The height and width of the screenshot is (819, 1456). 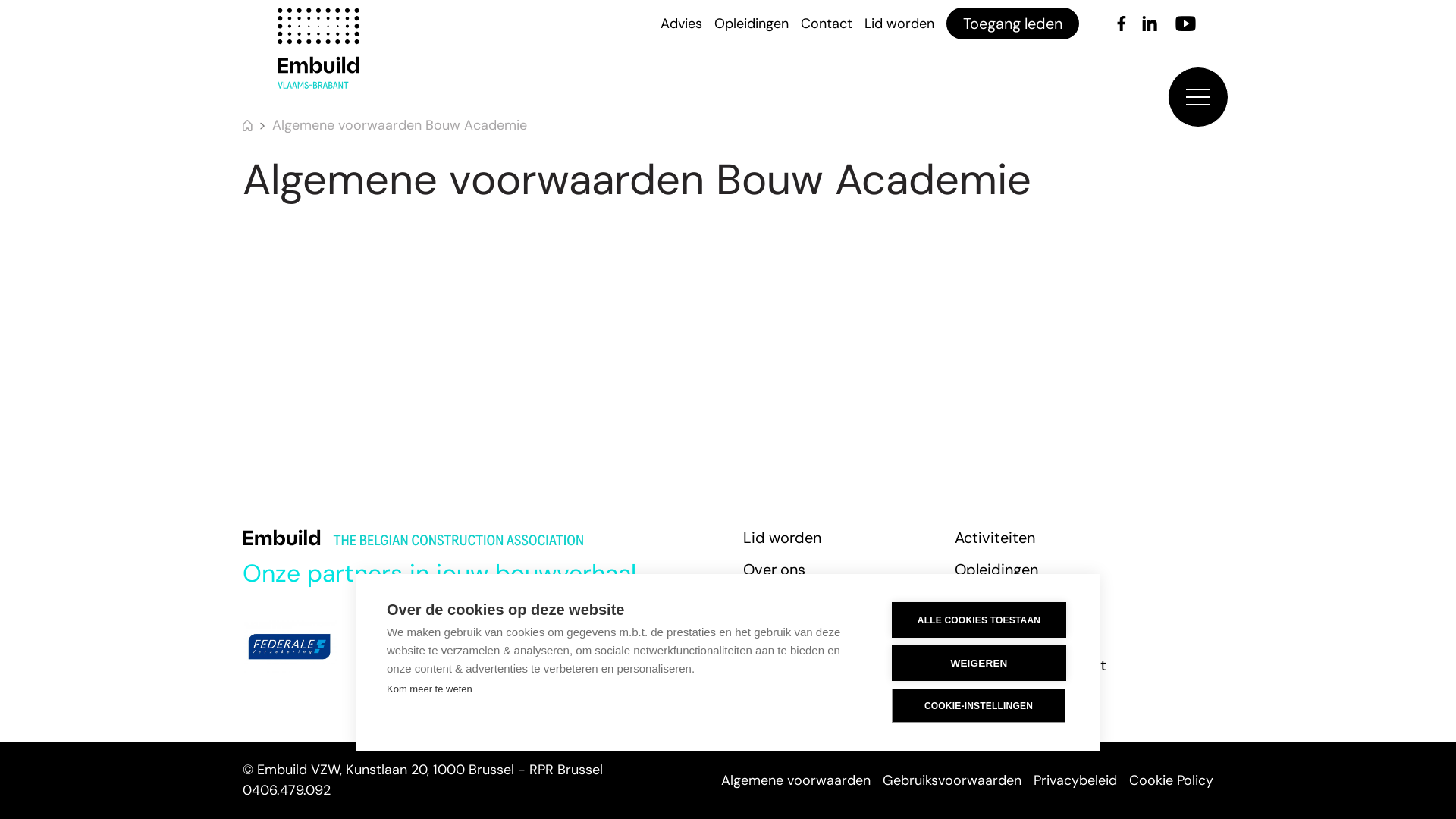 What do you see at coordinates (1074, 780) in the screenshot?
I see `'Privacybeleid'` at bounding box center [1074, 780].